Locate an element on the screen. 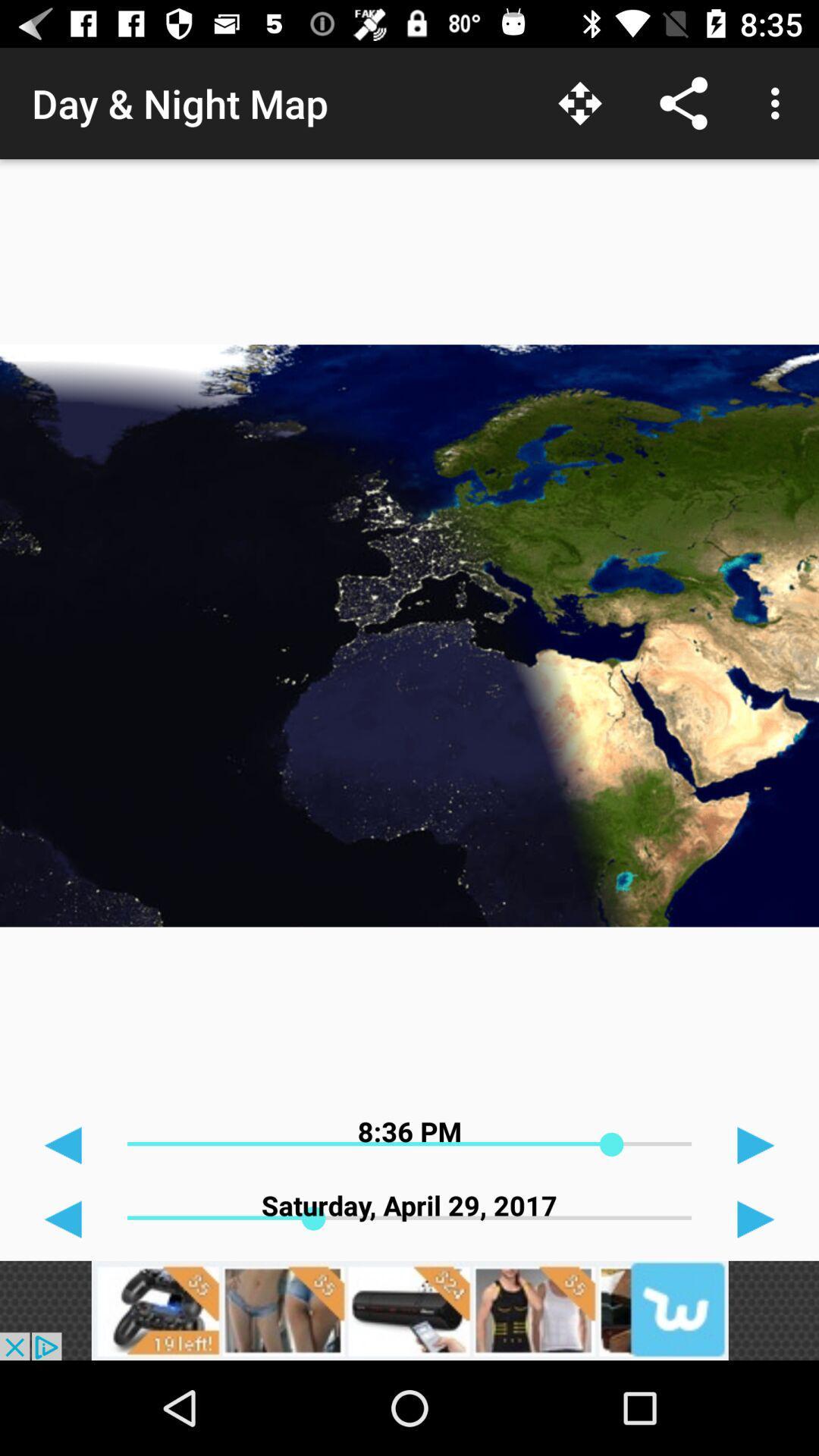 The image size is (819, 1456). banner is located at coordinates (409, 1310).